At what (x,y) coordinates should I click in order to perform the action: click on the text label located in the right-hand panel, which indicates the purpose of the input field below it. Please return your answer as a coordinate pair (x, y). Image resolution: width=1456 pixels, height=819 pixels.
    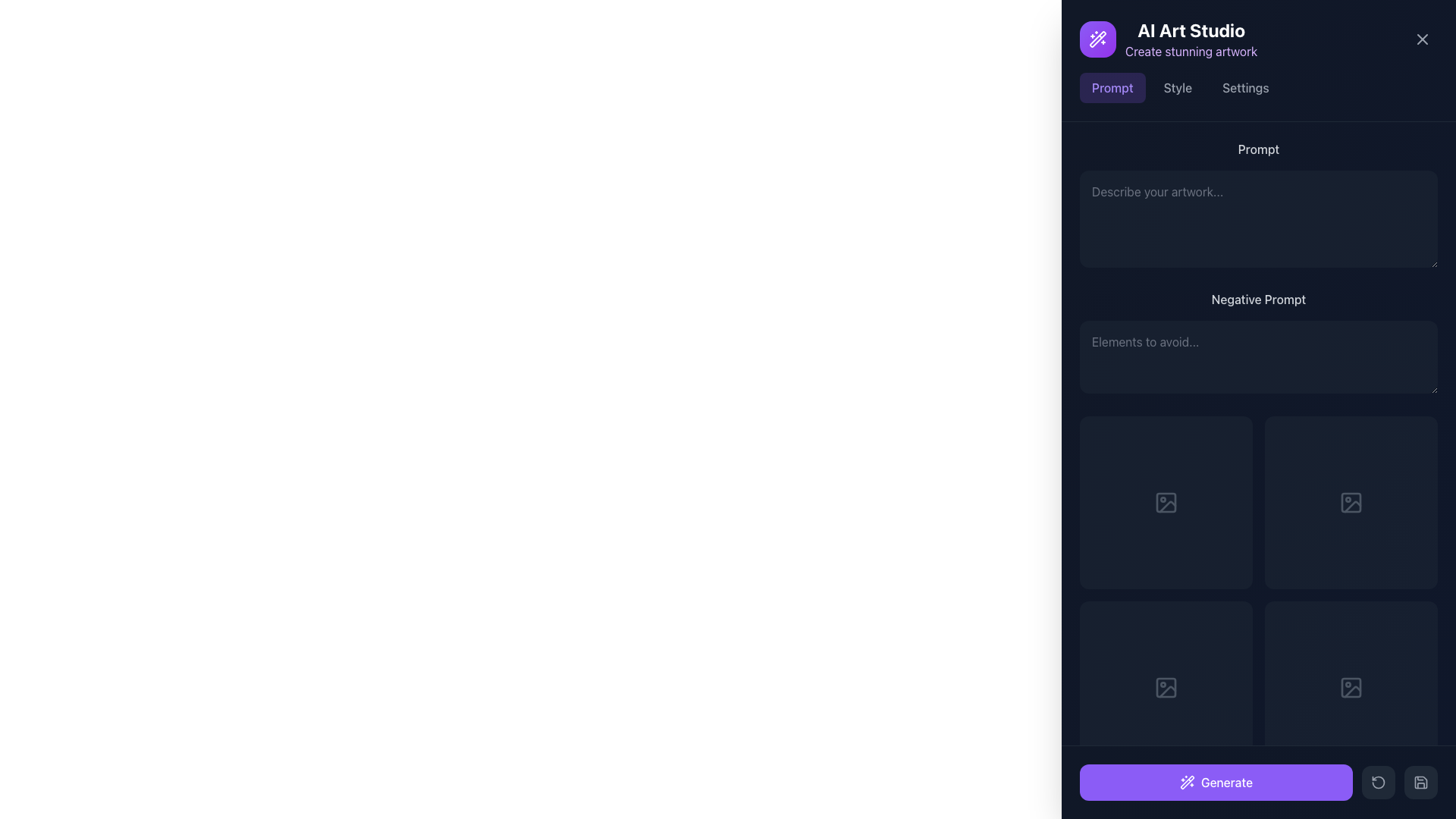
    Looking at the image, I should click on (1259, 299).